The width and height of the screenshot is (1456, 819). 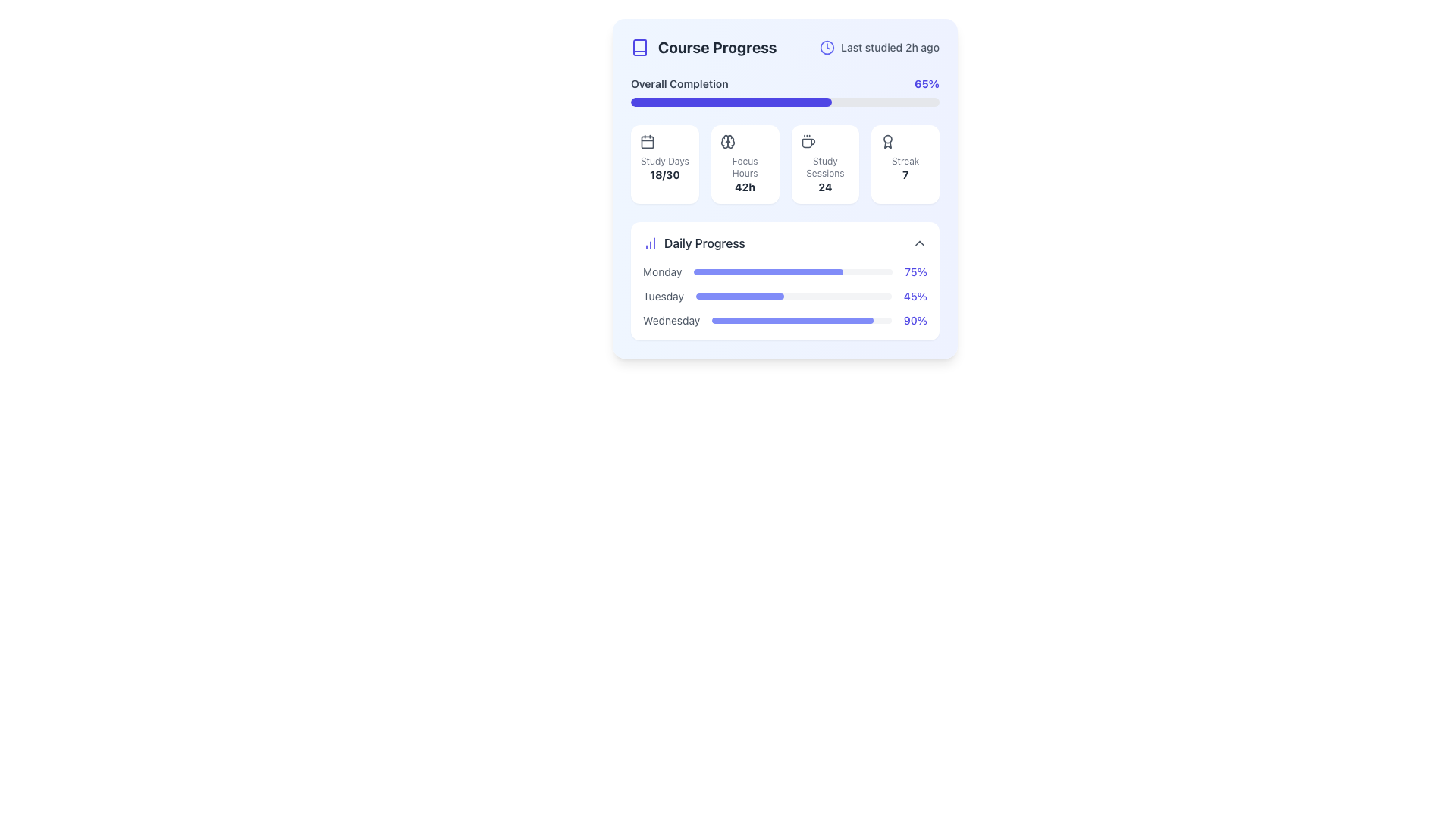 What do you see at coordinates (664, 174) in the screenshot?
I see `the label displaying '18/30' in bold grayish-black font, located below the 'Study Days' label in the 'Course Progress' section` at bounding box center [664, 174].